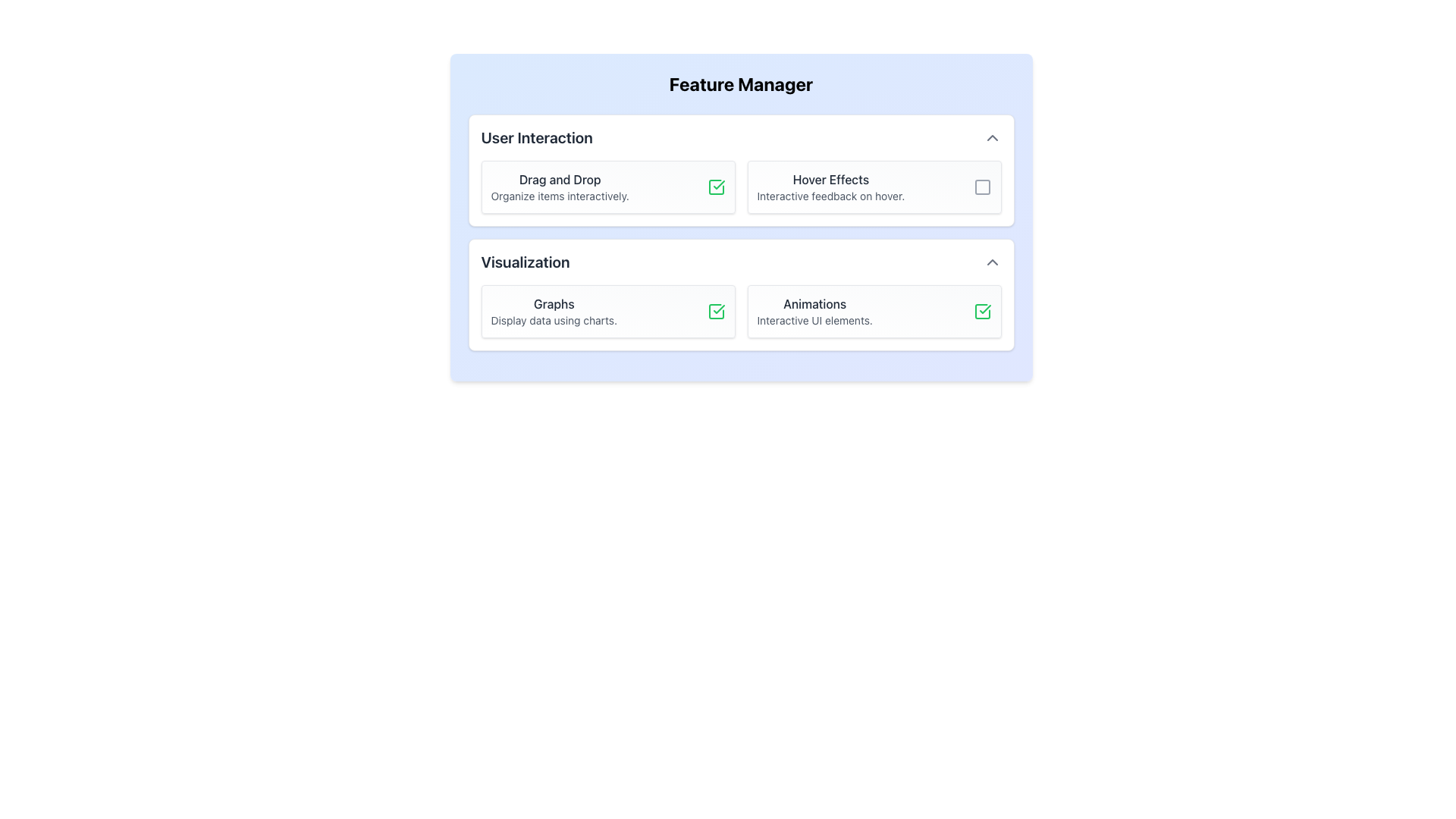 The height and width of the screenshot is (819, 1456). I want to click on text content 'Drag and Drop' which is styled in bold and medium font weight, located in the top-left quadrant of the 'User Interaction' section in the 'Feature Manager' interface, so click(559, 178).